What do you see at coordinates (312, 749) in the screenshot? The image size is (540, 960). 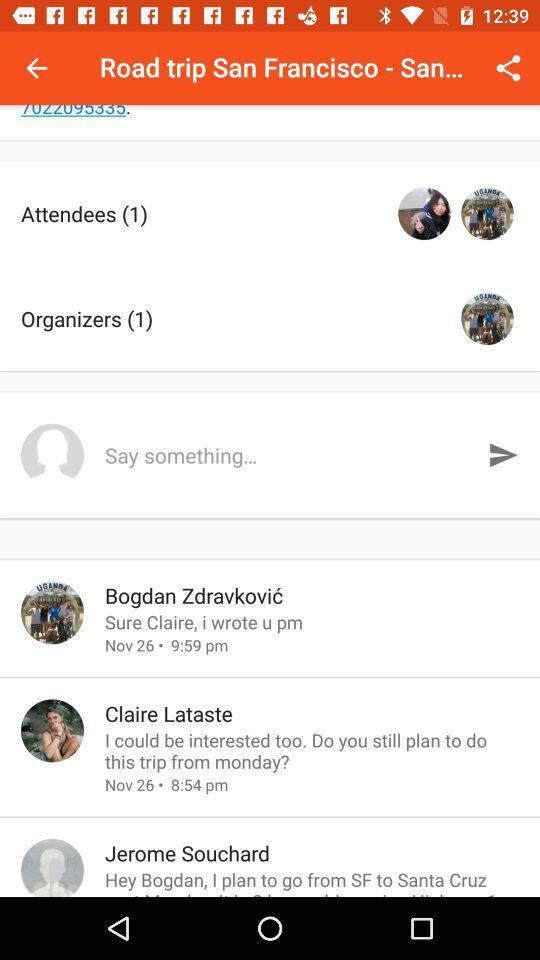 I see `the i could be icon` at bounding box center [312, 749].